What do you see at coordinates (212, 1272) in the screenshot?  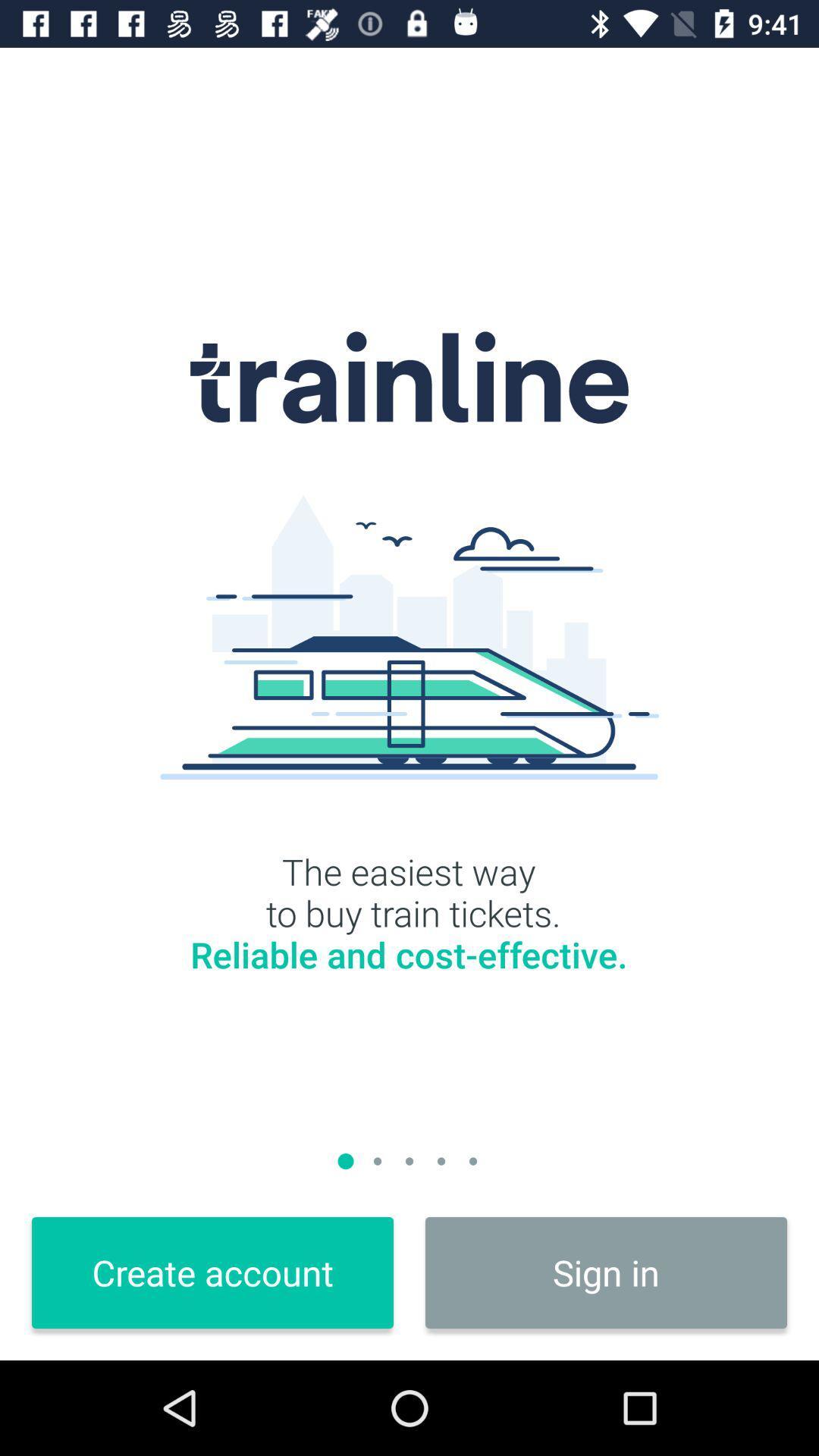 I see `the item next to sign in item` at bounding box center [212, 1272].